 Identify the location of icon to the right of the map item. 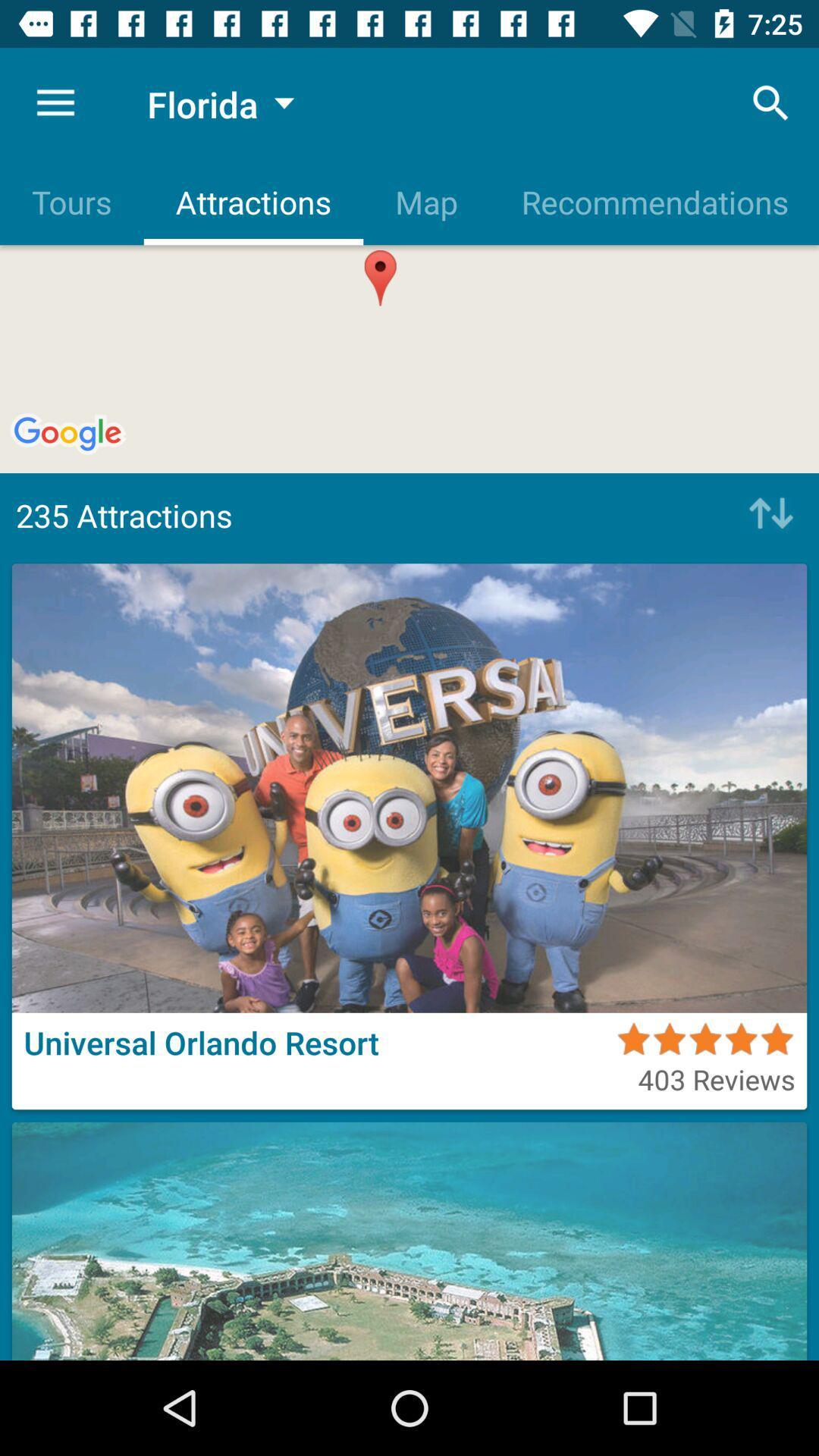
(653, 201).